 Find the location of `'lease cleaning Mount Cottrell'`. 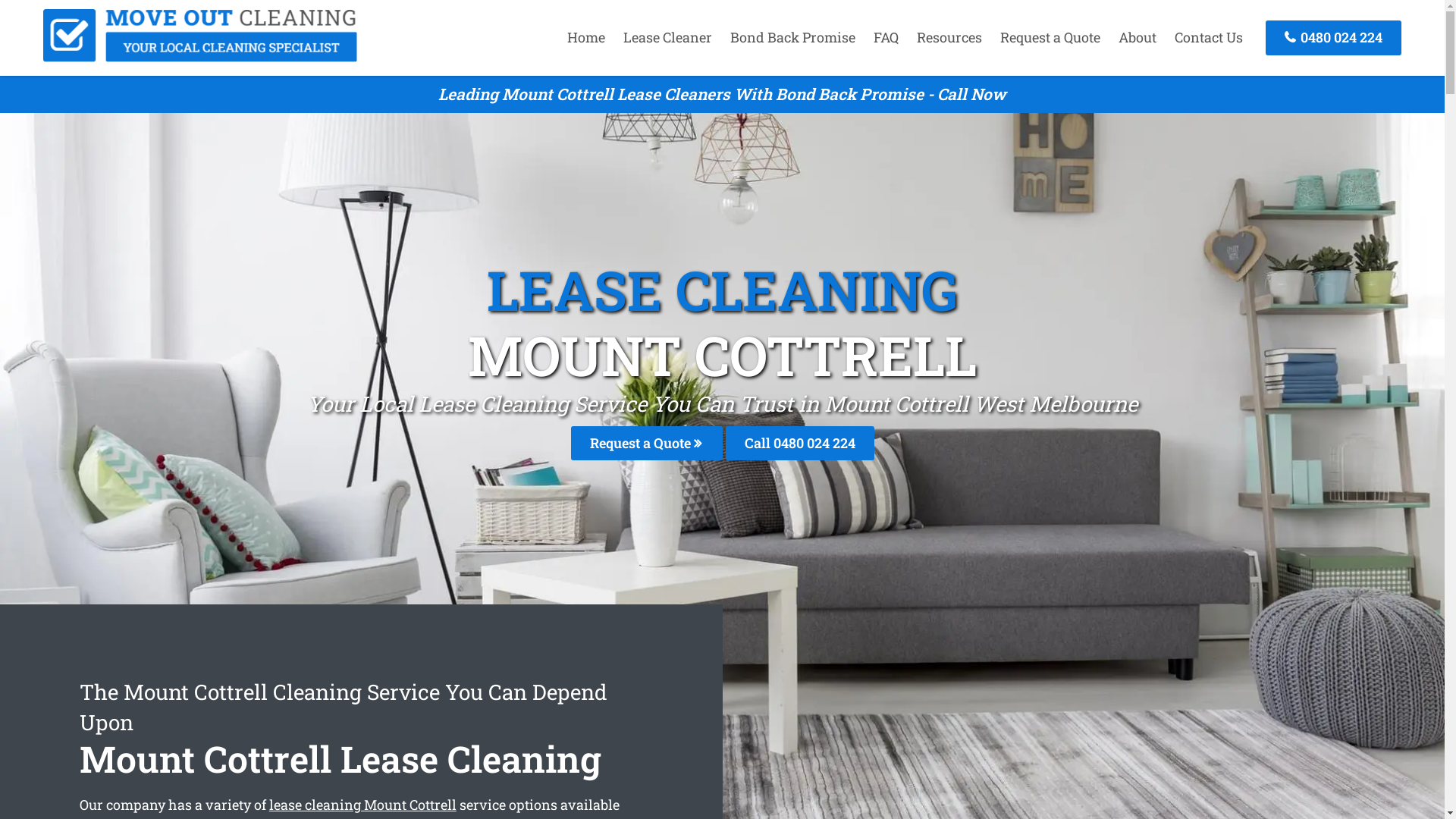

'lease cleaning Mount Cottrell' is located at coordinates (362, 803).